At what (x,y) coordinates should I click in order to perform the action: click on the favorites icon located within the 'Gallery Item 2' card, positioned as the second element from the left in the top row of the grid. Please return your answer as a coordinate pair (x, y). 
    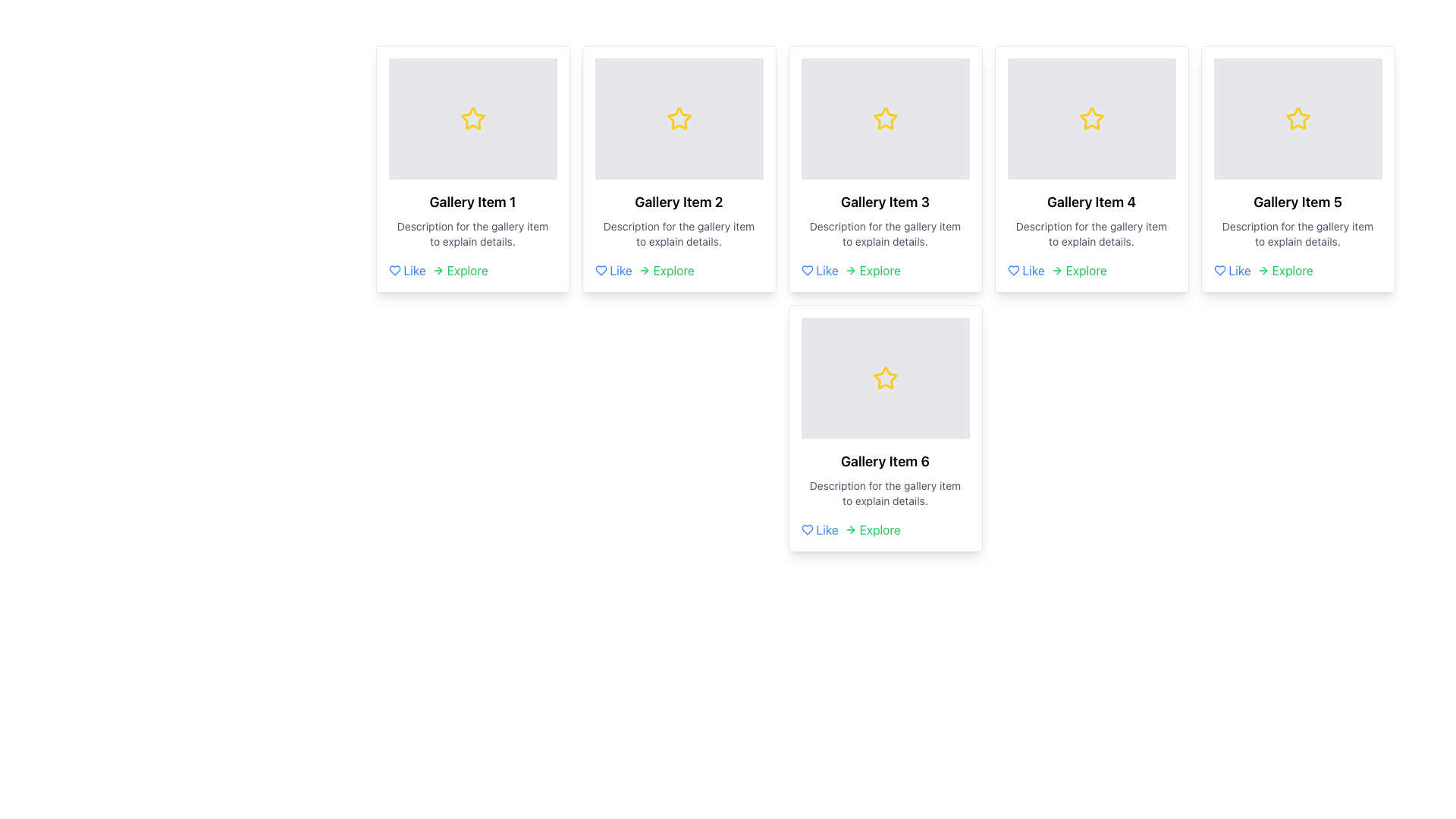
    Looking at the image, I should click on (678, 118).